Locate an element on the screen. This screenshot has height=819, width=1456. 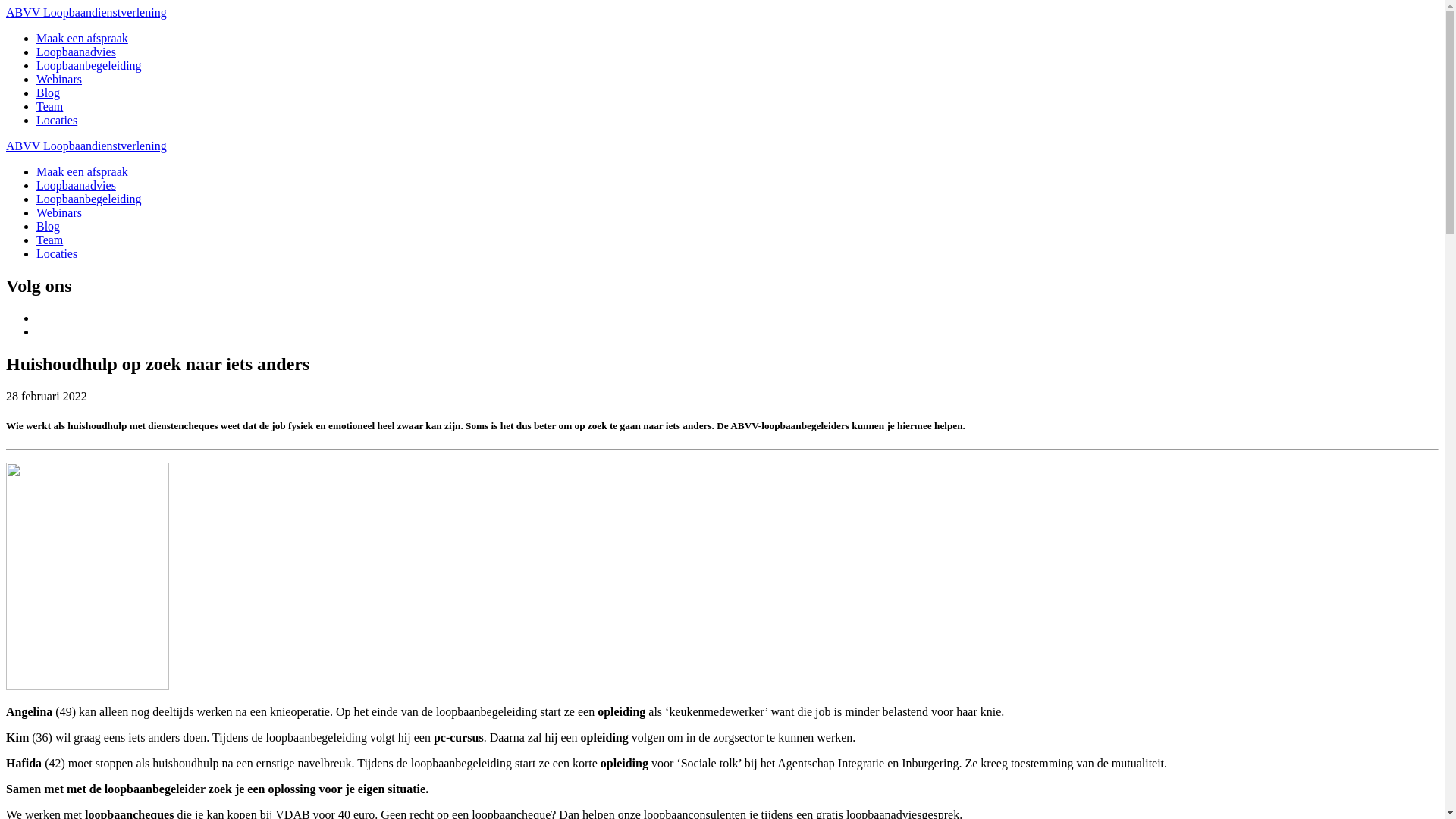
'ABVV Loopbaandienstverlening' is located at coordinates (86, 146).